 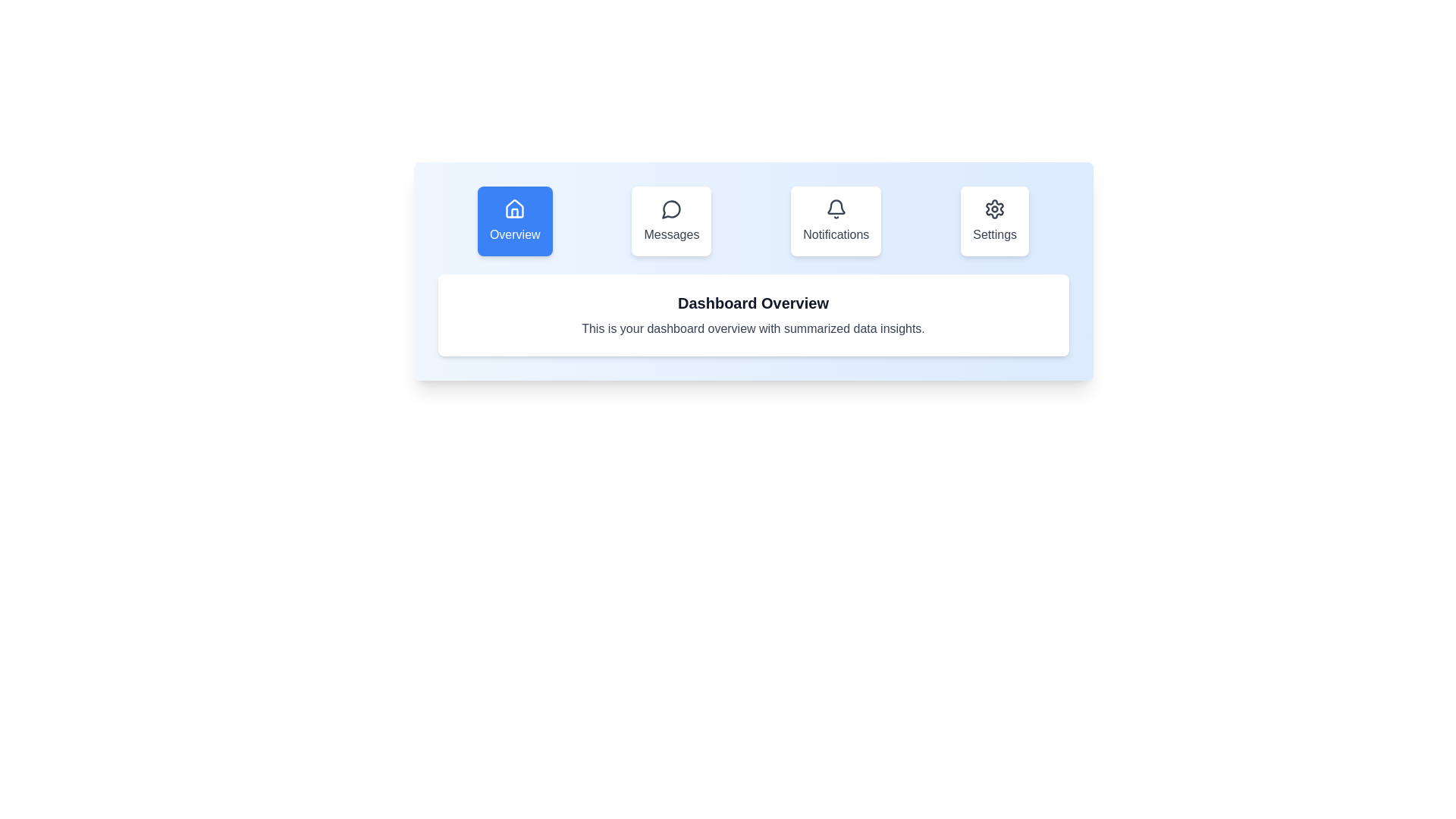 What do you see at coordinates (753, 328) in the screenshot?
I see `the static text element that reads 'This is your dashboard overview with summarized data insights.', which is located directly beneath the title 'Dashboard Overview'` at bounding box center [753, 328].